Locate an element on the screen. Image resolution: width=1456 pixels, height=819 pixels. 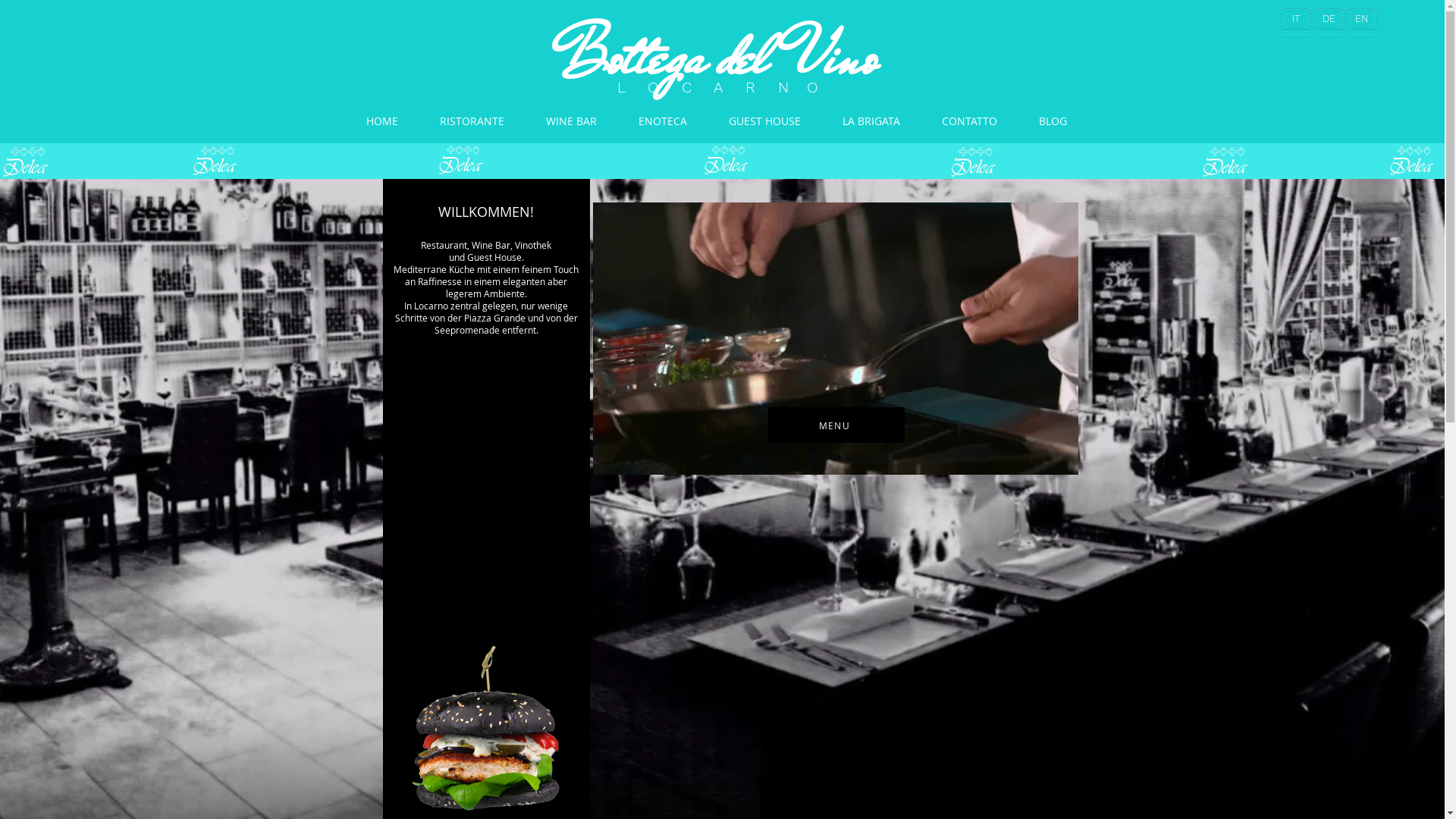
'WINE BAR' is located at coordinates (570, 120).